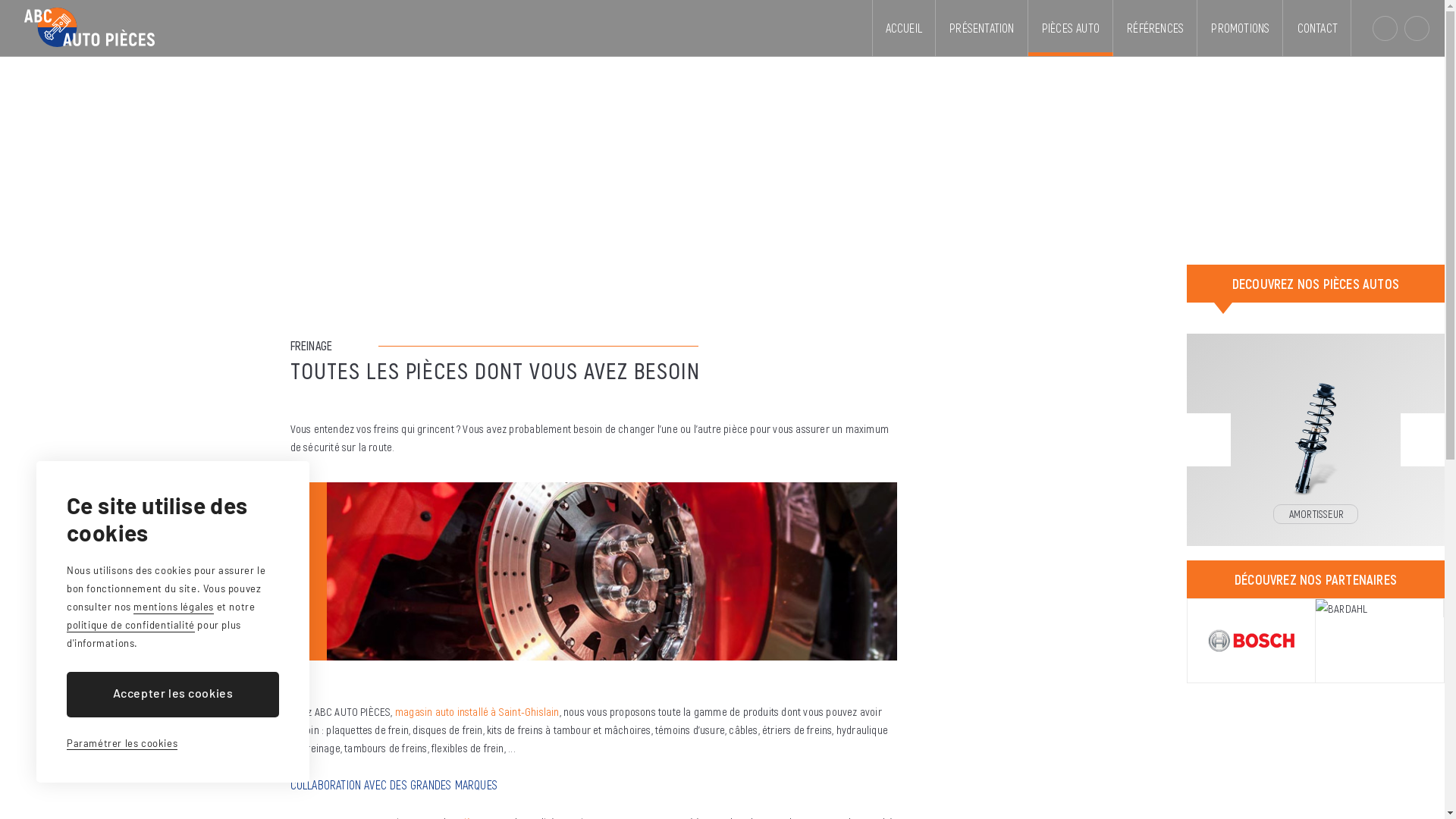 This screenshot has width=1456, height=819. Describe the element at coordinates (1416, 28) in the screenshot. I see `'Facebook'` at that location.